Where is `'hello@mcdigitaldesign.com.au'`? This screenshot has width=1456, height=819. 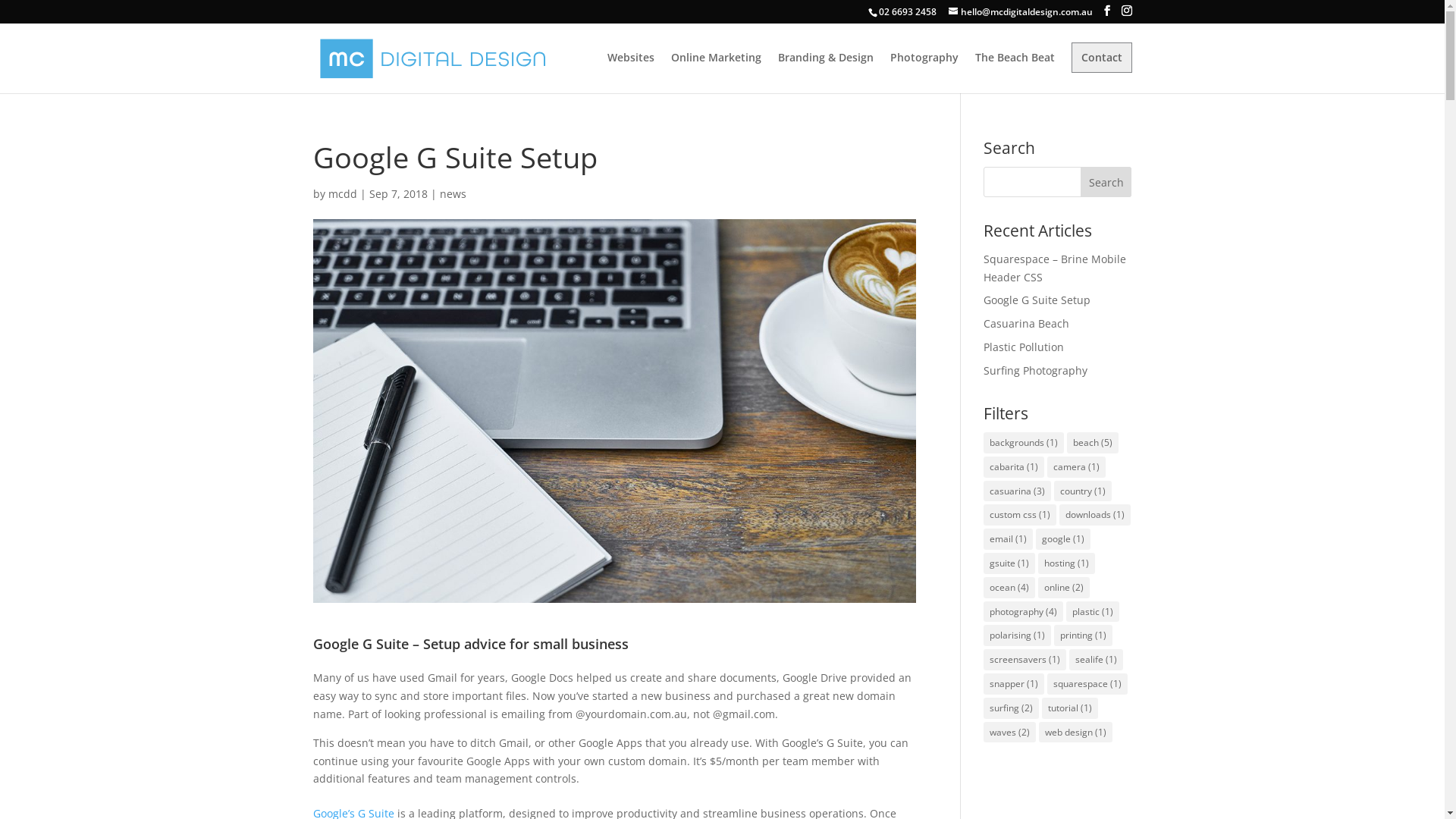 'hello@mcdigitaldesign.com.au' is located at coordinates (1019, 11).